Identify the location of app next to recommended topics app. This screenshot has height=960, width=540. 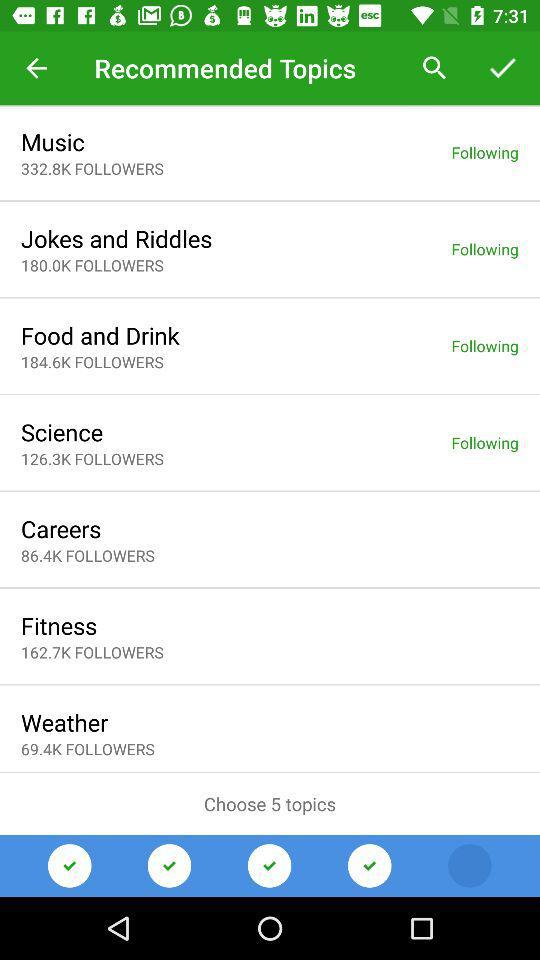
(36, 68).